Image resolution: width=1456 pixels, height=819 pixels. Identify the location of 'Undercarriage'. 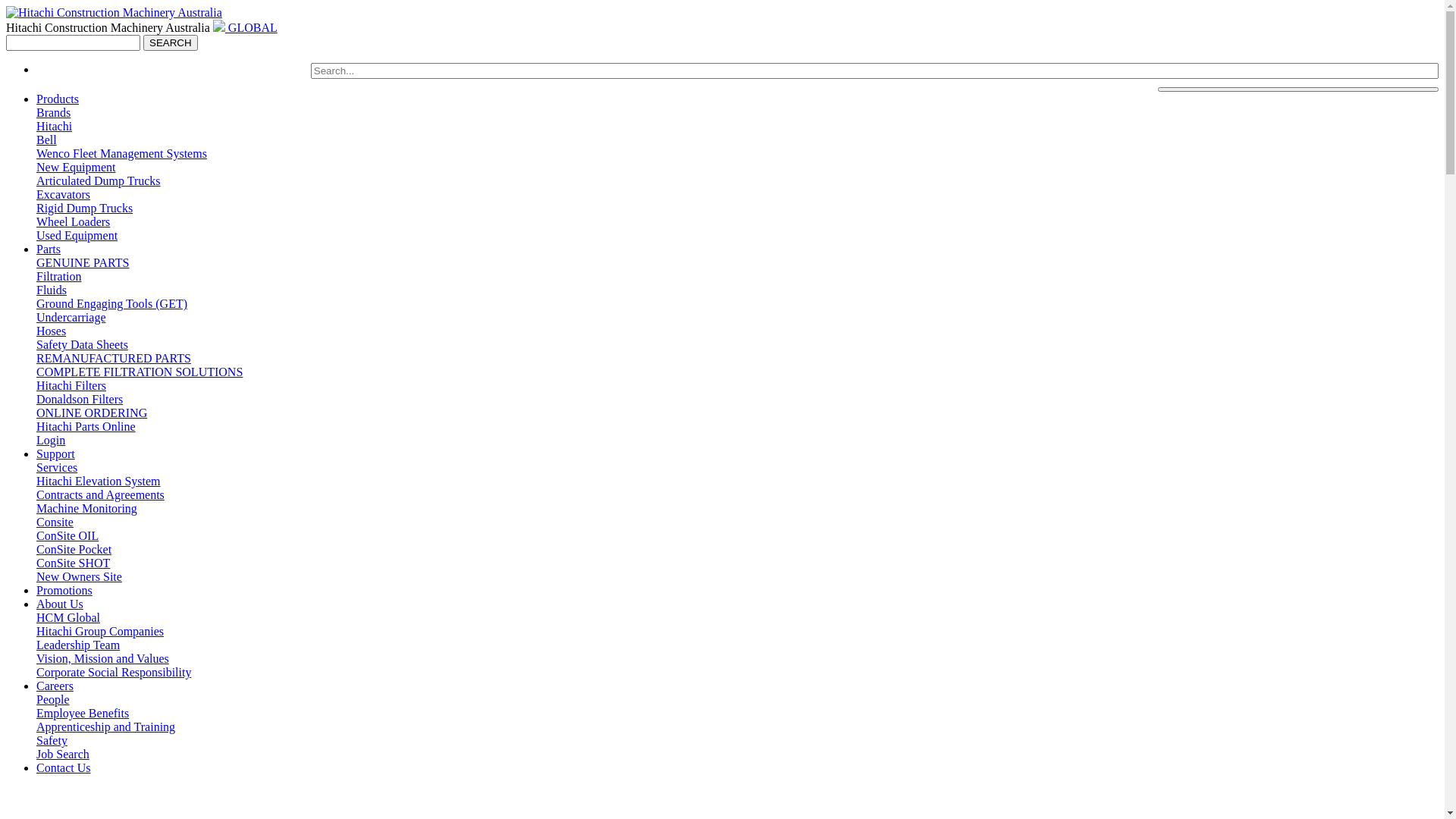
(71, 316).